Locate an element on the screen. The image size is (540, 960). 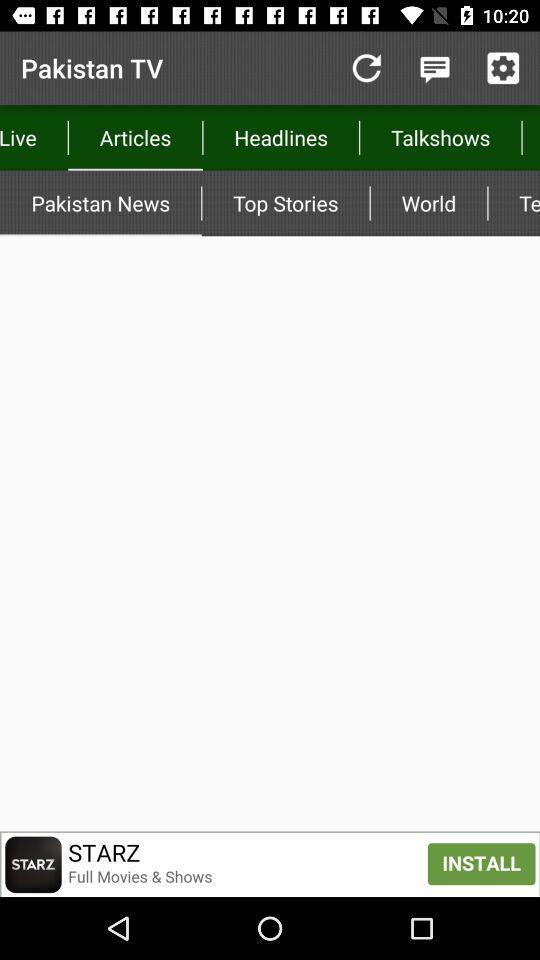
the item to the left of top stories icon is located at coordinates (99, 203).